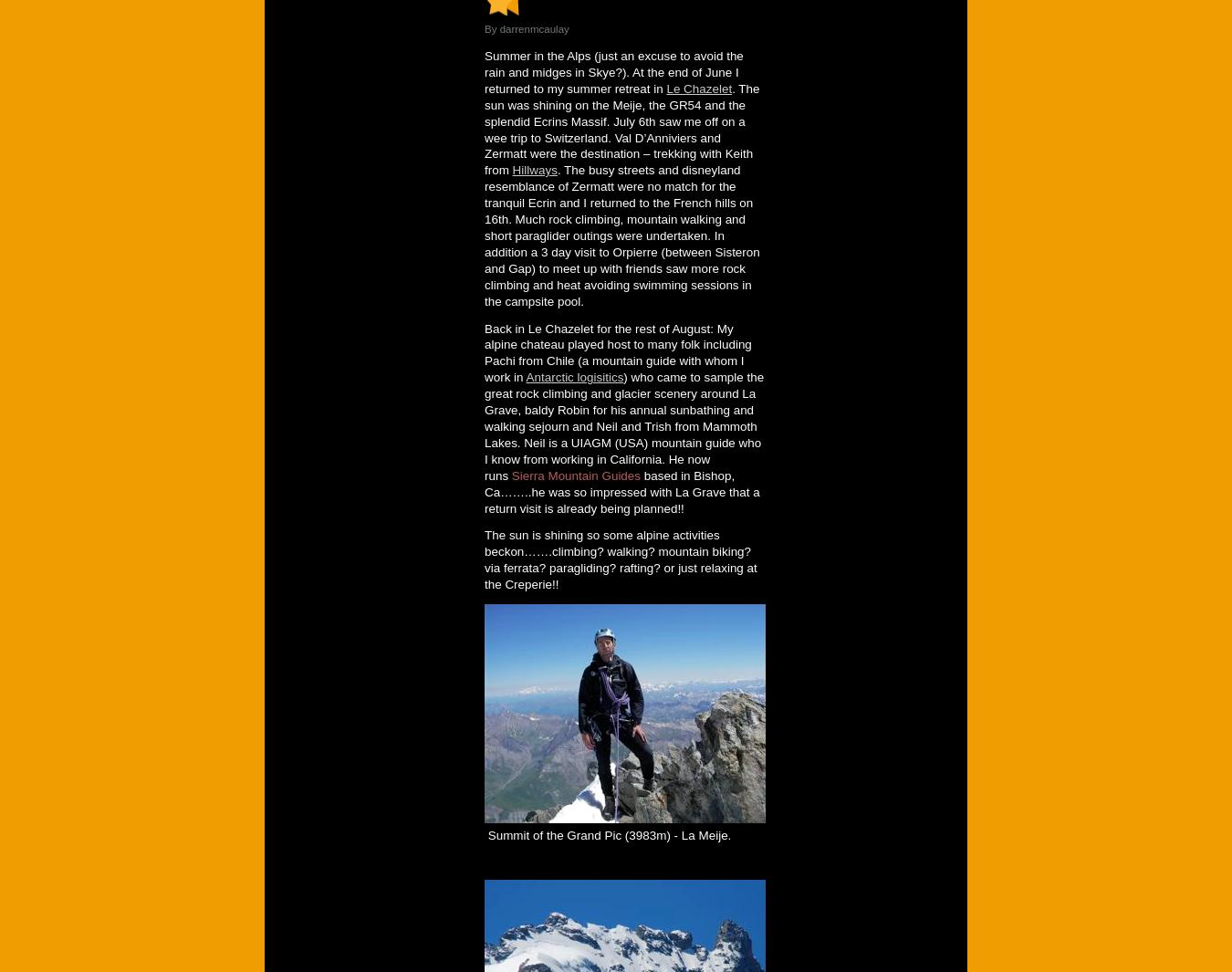 This screenshot has width=1232, height=972. I want to click on 'Back in Le Chazelet for the rest of August: My alpine chateau played host to many folk including Pachi from Chile (a mountain guide with whom I work in', so click(617, 351).